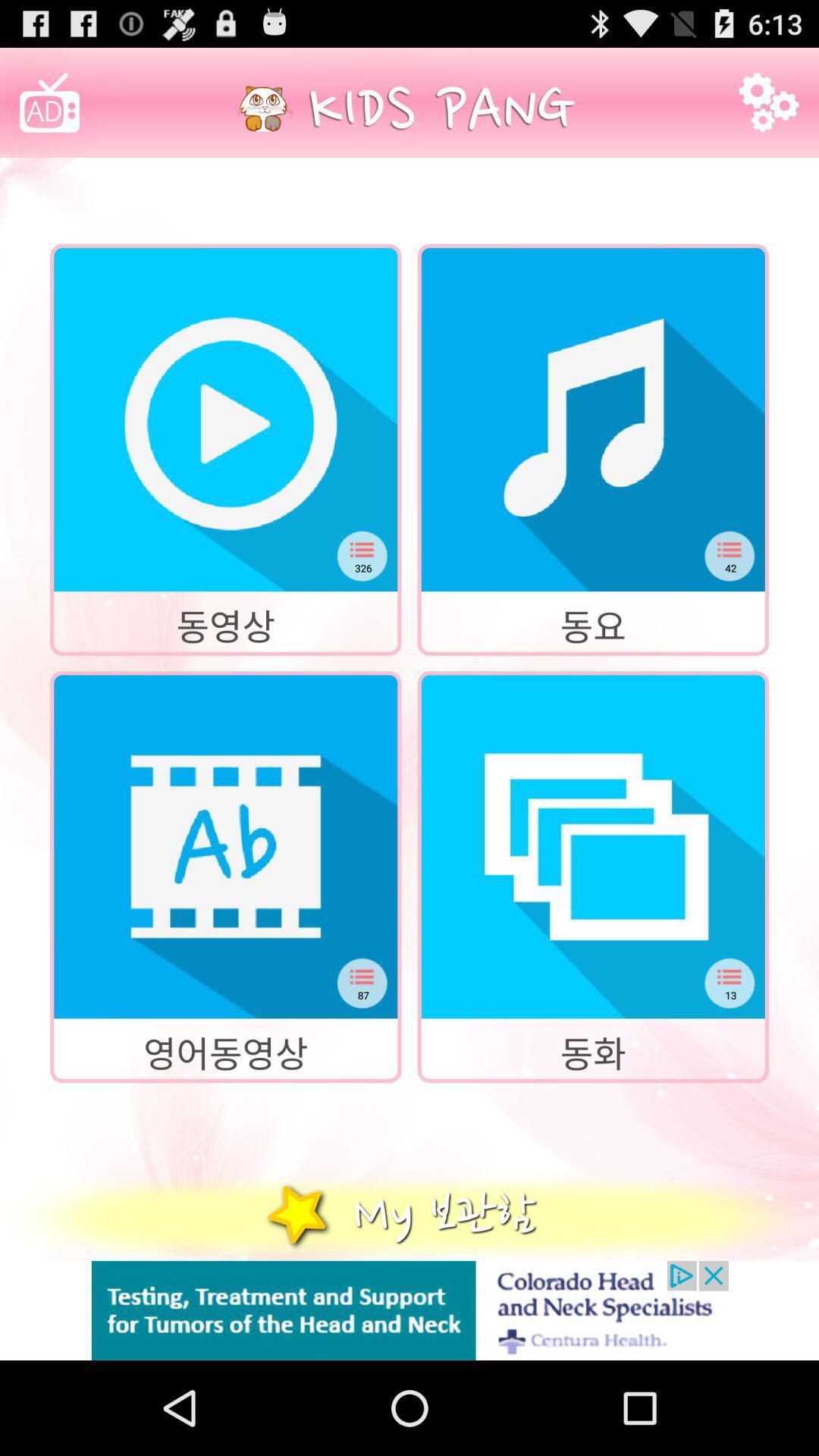 Image resolution: width=819 pixels, height=1456 pixels. I want to click on image with ad at top left corner, so click(49, 102).